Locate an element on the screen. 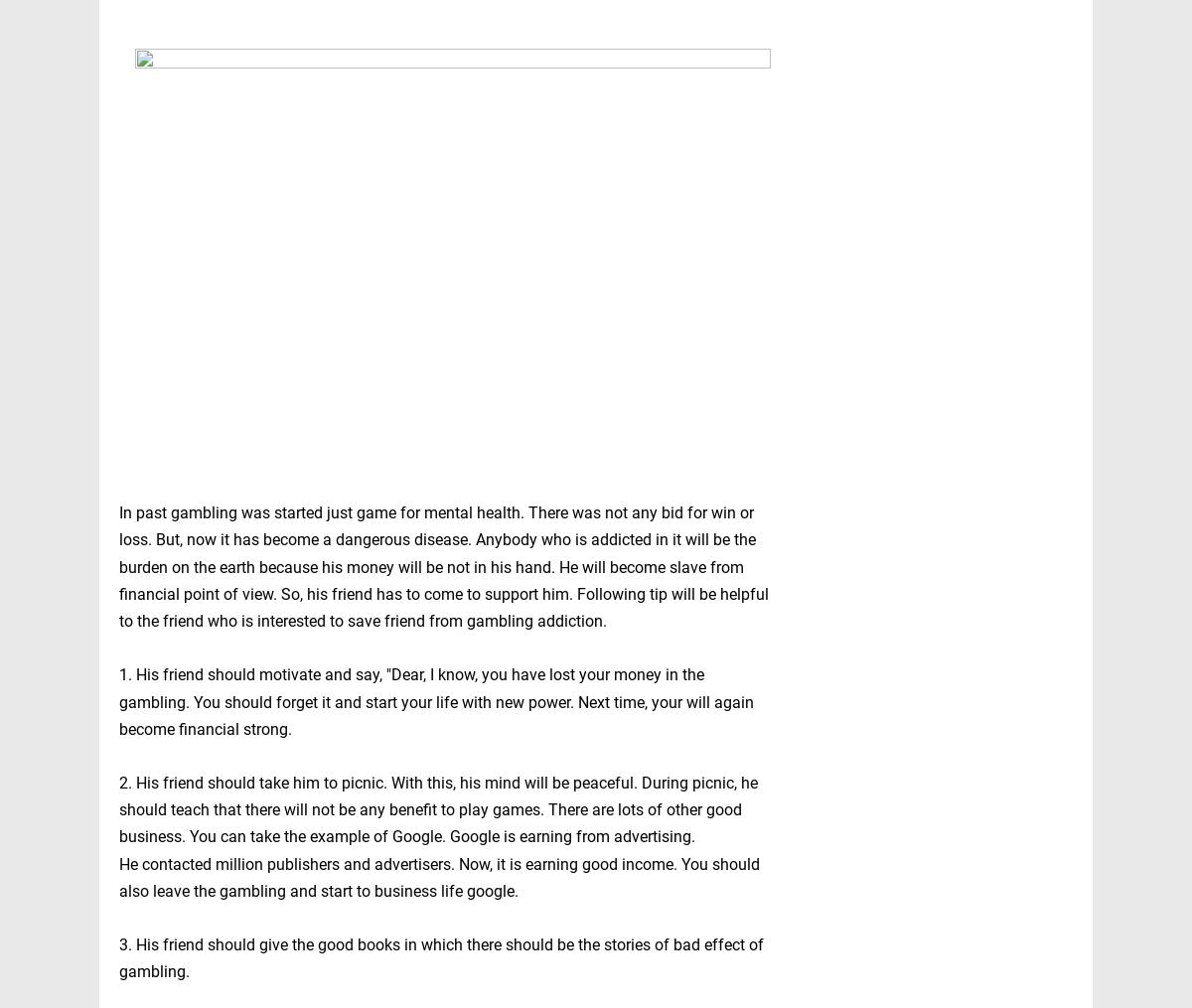 This screenshot has height=1008, width=1192. 'Accounting Formats' is located at coordinates (860, 854).